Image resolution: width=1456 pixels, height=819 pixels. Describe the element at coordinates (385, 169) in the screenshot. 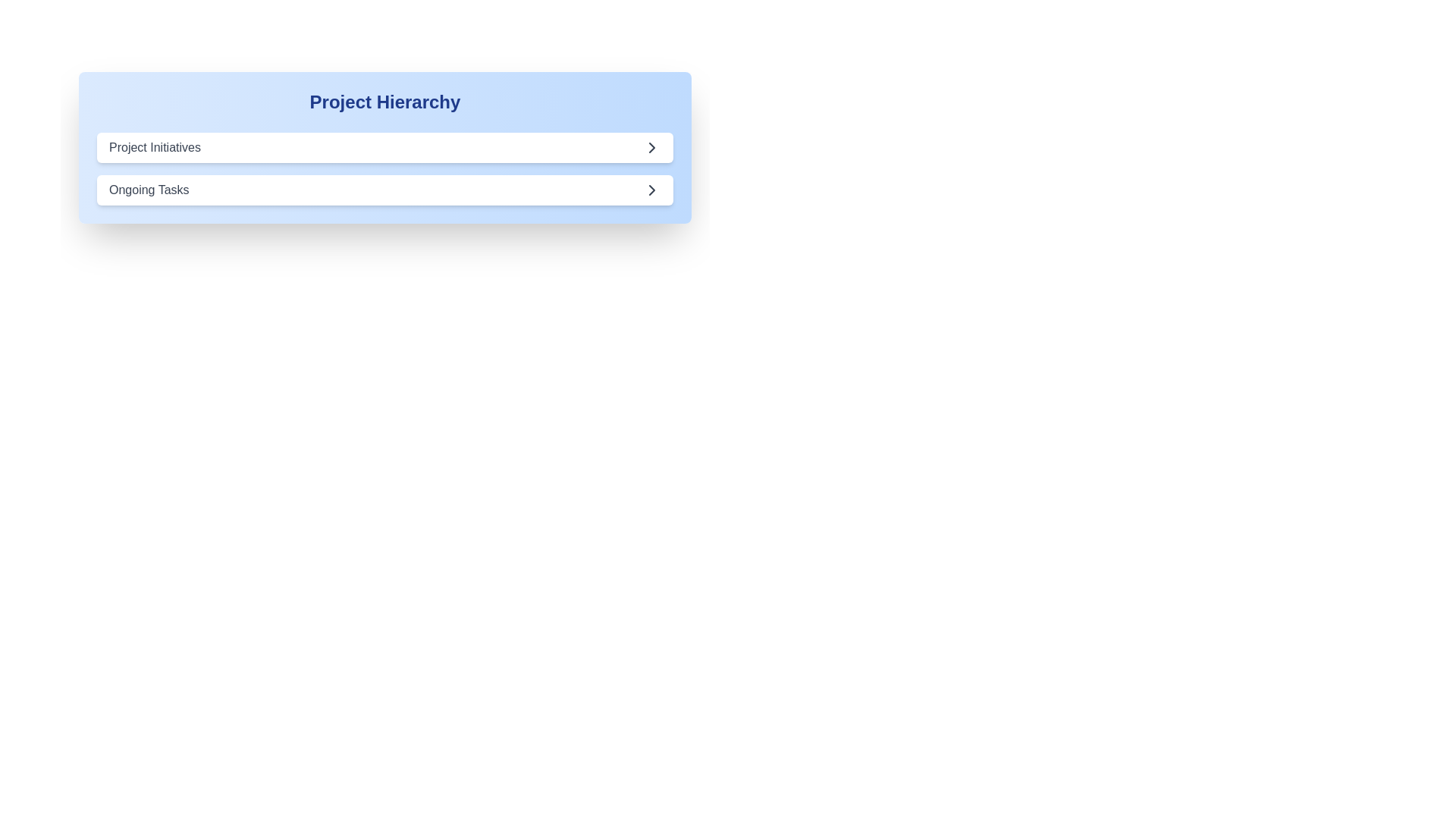

I see `the sections inside the 'Project Hierarchy' Panel, which contains 'Project Initiatives' and 'Ongoing Tasks' separated by a horizontal divider` at that location.